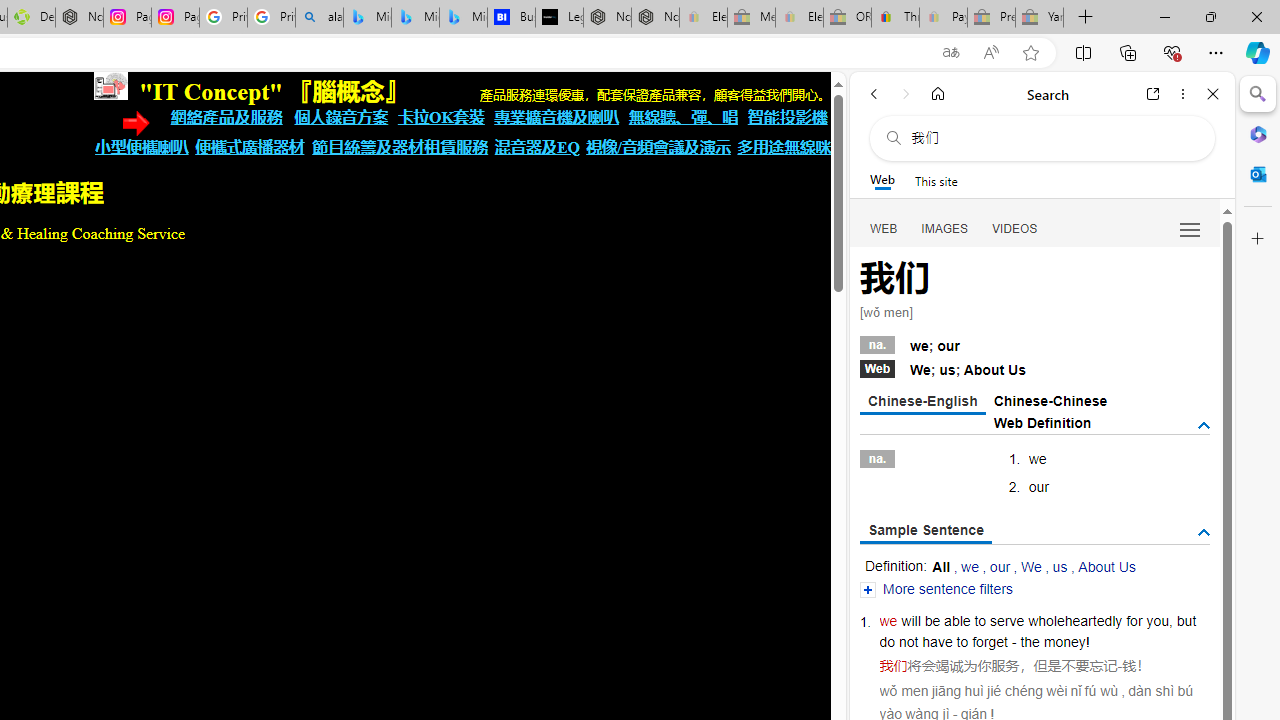 This screenshot has height=720, width=1280. I want to click on 'but', so click(1186, 620).